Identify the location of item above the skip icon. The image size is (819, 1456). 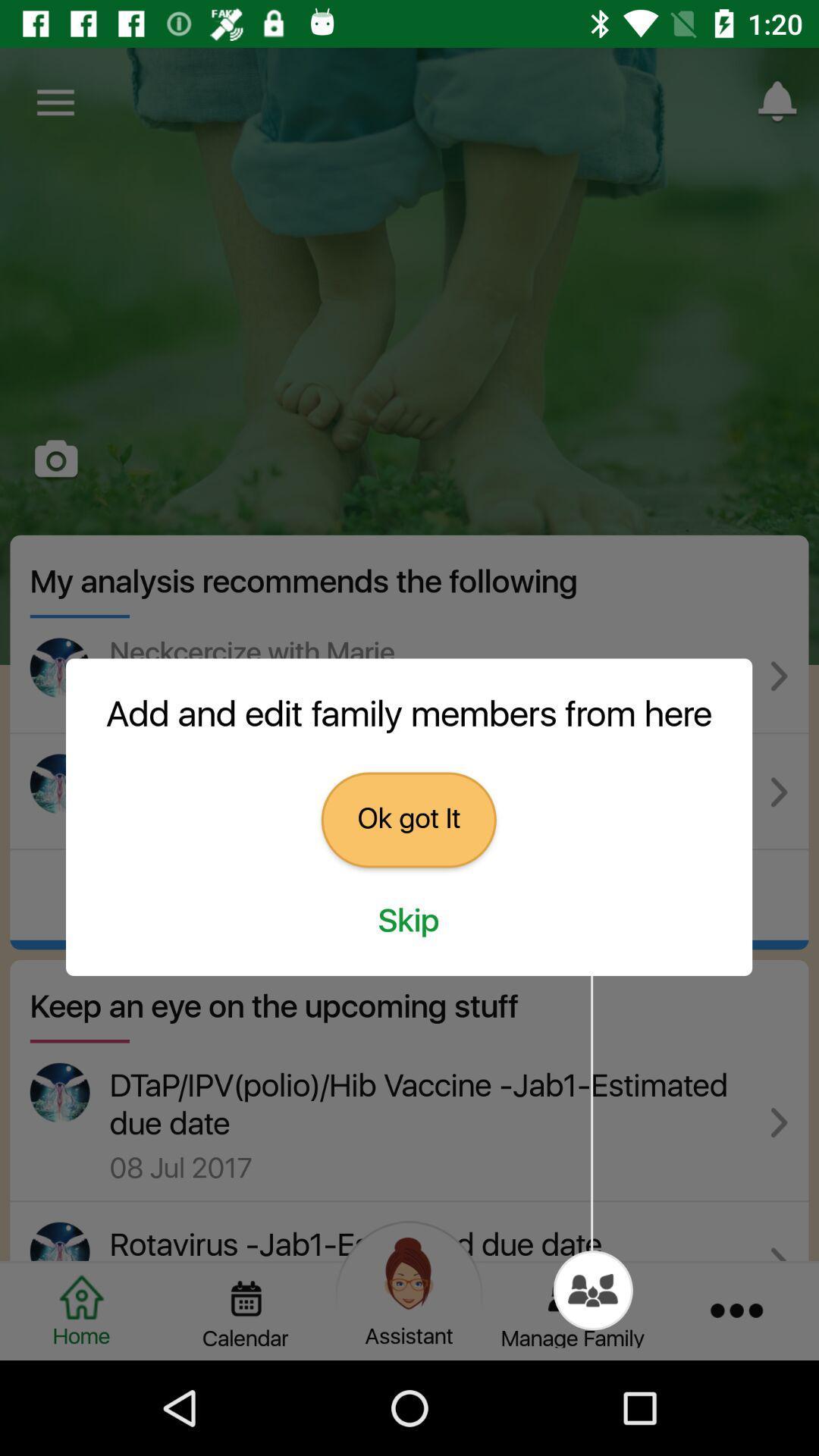
(408, 819).